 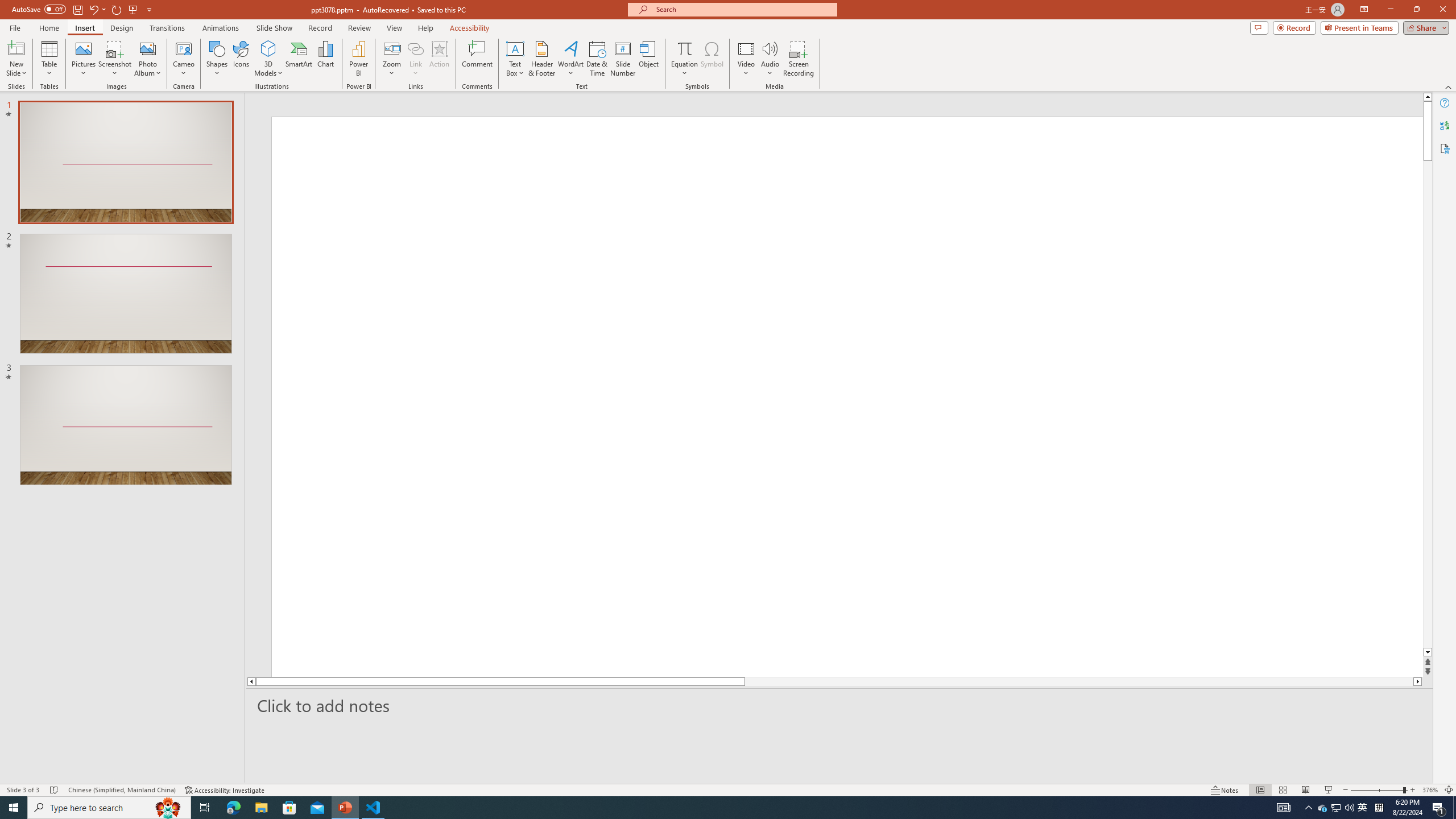 What do you see at coordinates (114, 59) in the screenshot?
I see `'Screenshot'` at bounding box center [114, 59].